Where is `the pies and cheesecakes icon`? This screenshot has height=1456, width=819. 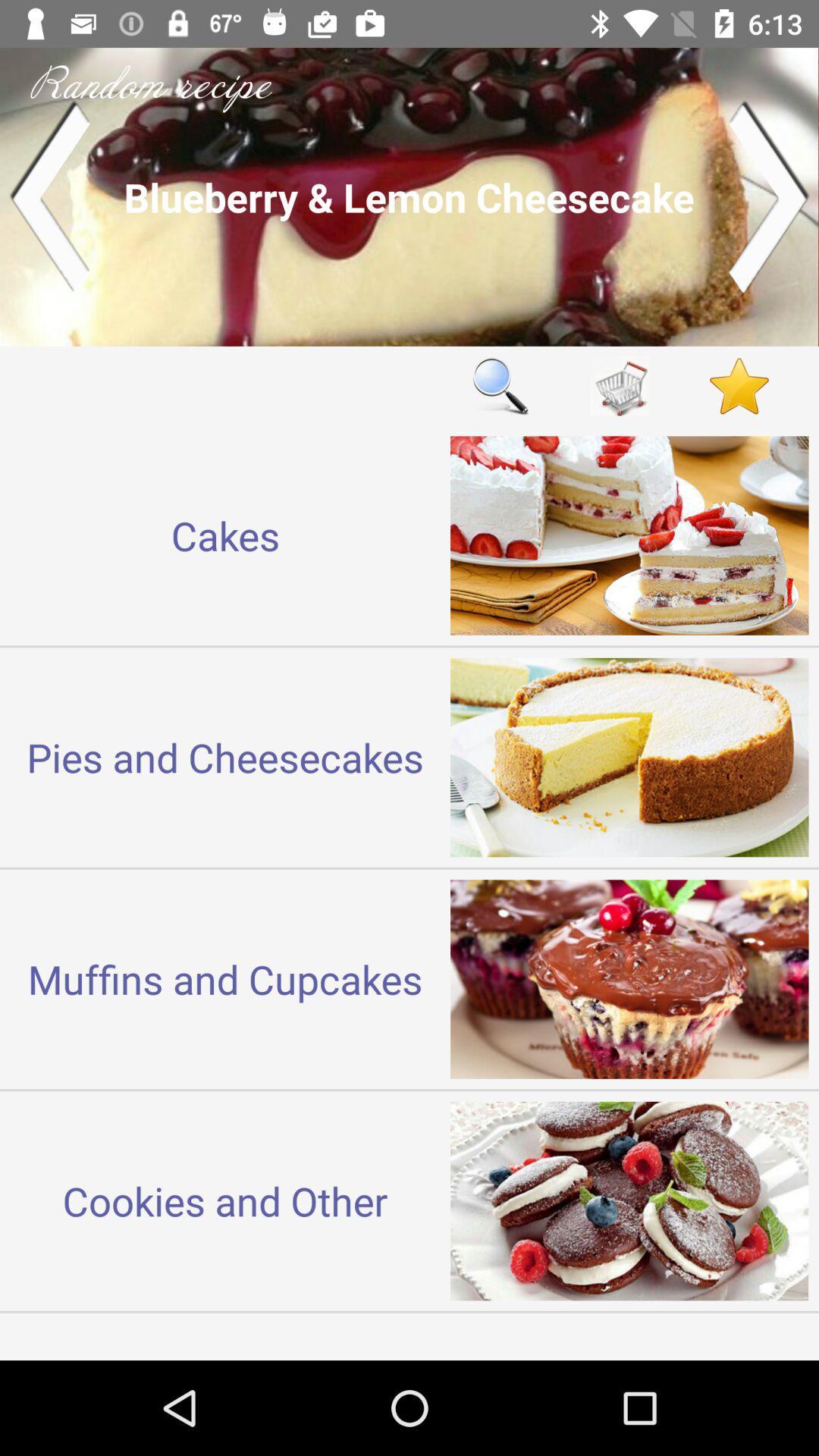
the pies and cheesecakes icon is located at coordinates (225, 757).